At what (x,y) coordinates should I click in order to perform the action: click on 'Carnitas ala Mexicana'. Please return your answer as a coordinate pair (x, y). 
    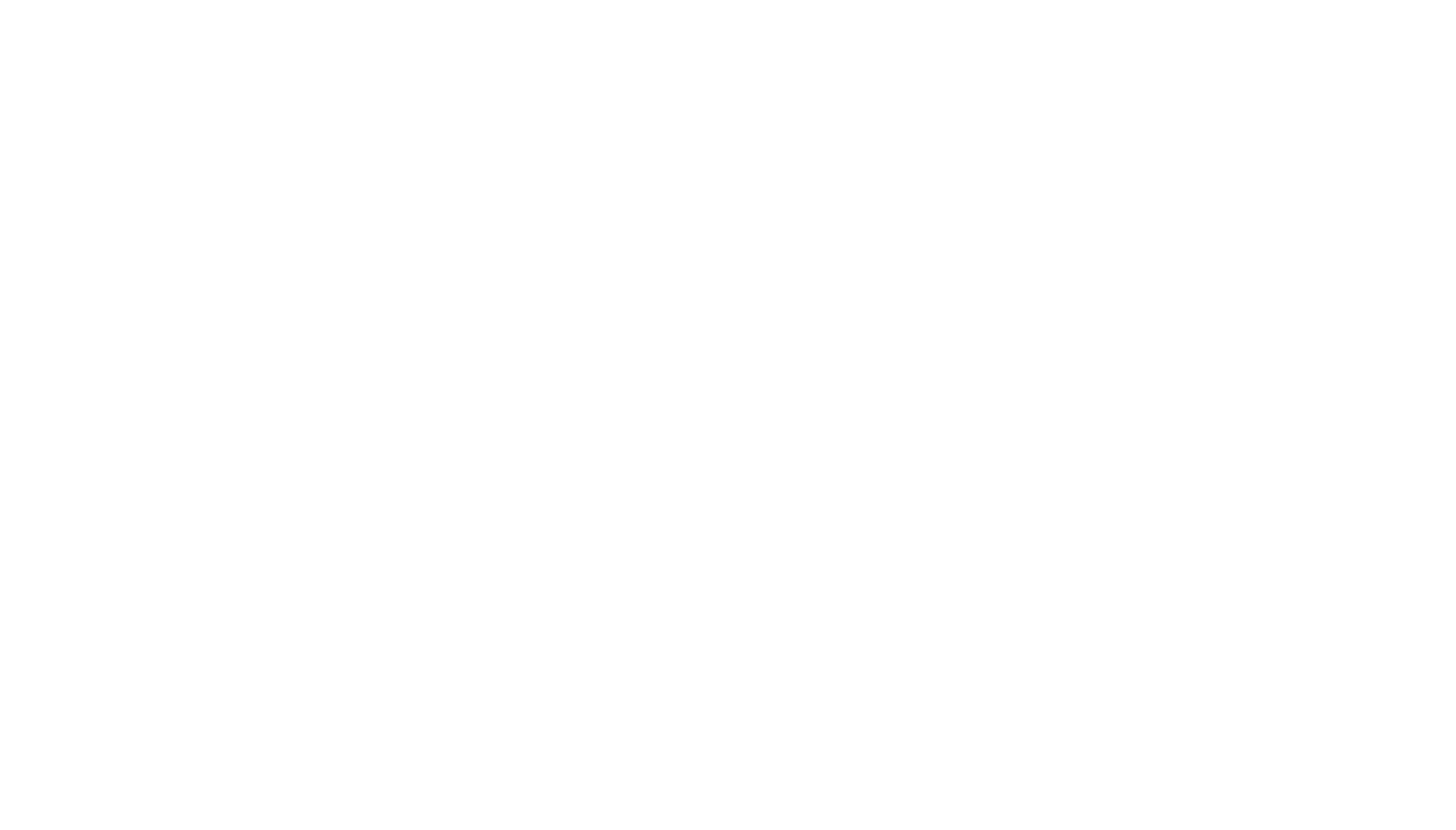
    Looking at the image, I should click on (364, 78).